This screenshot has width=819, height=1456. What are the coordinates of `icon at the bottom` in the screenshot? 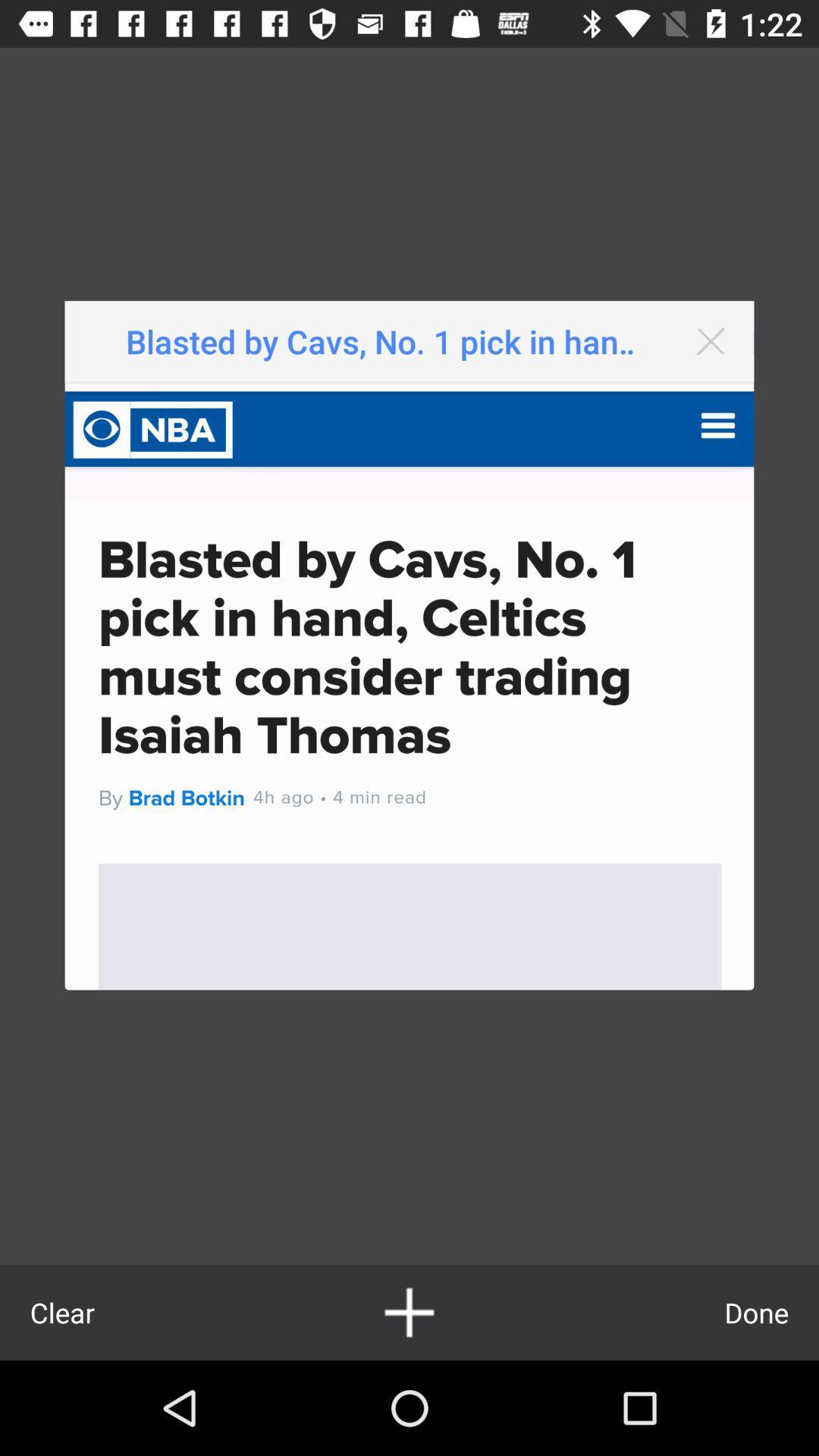 It's located at (409, 1312).